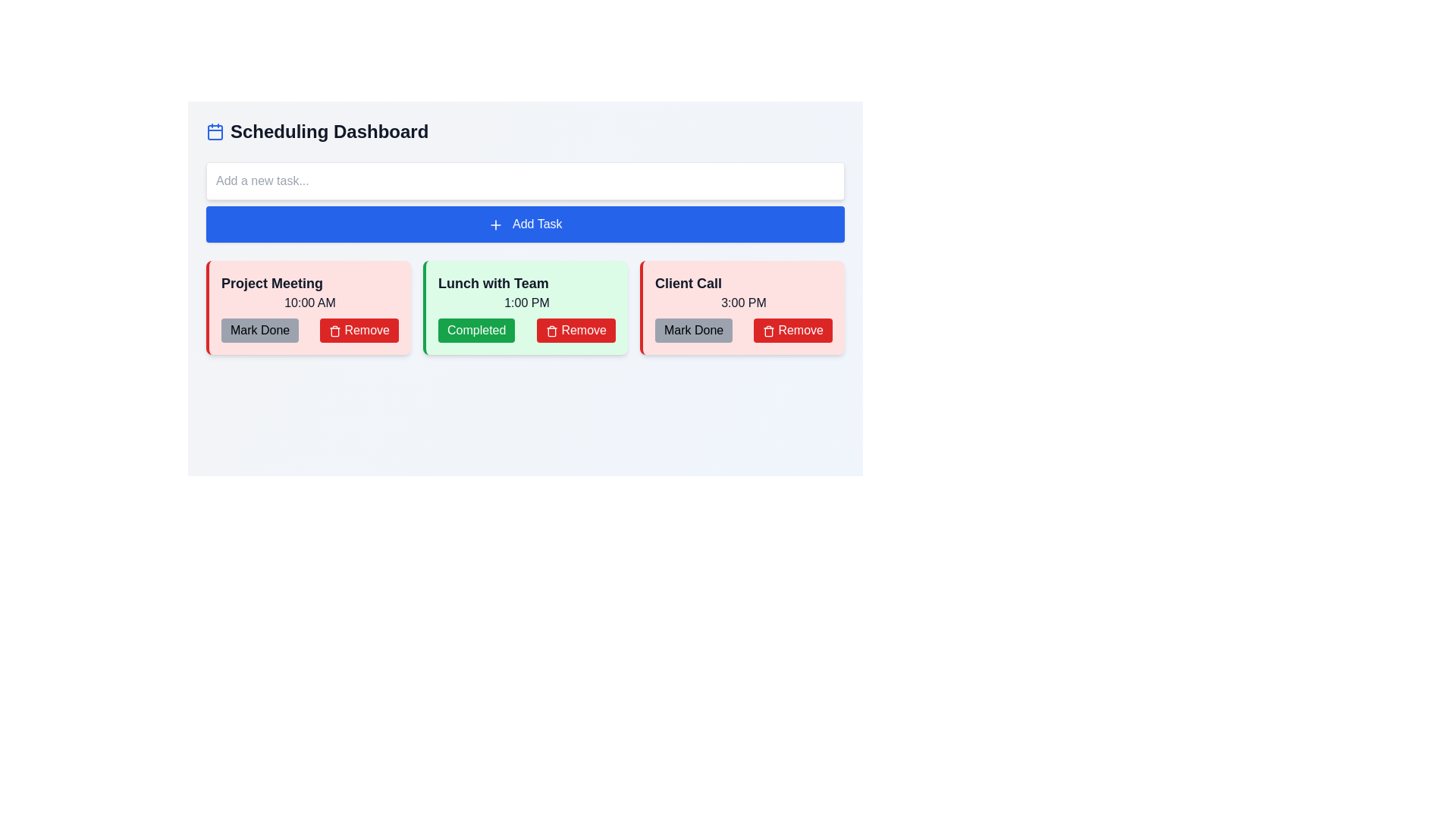  What do you see at coordinates (768, 331) in the screenshot?
I see `the trash icon within the 'Remove' button located at the bottom-right corner of the 'Client Call' card at 3:00 PM` at bounding box center [768, 331].